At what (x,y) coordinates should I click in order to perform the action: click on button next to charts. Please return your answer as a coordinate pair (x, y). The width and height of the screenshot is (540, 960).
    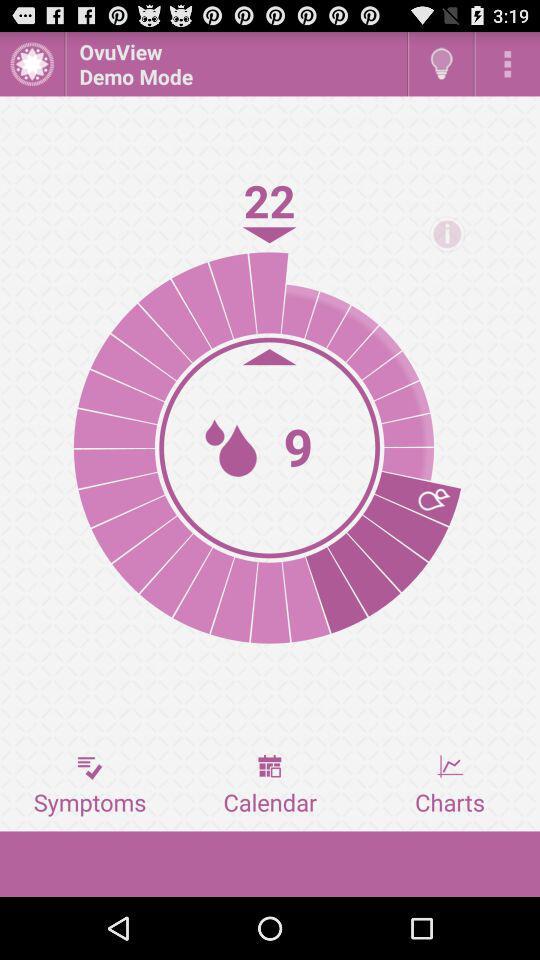
    Looking at the image, I should click on (270, 785).